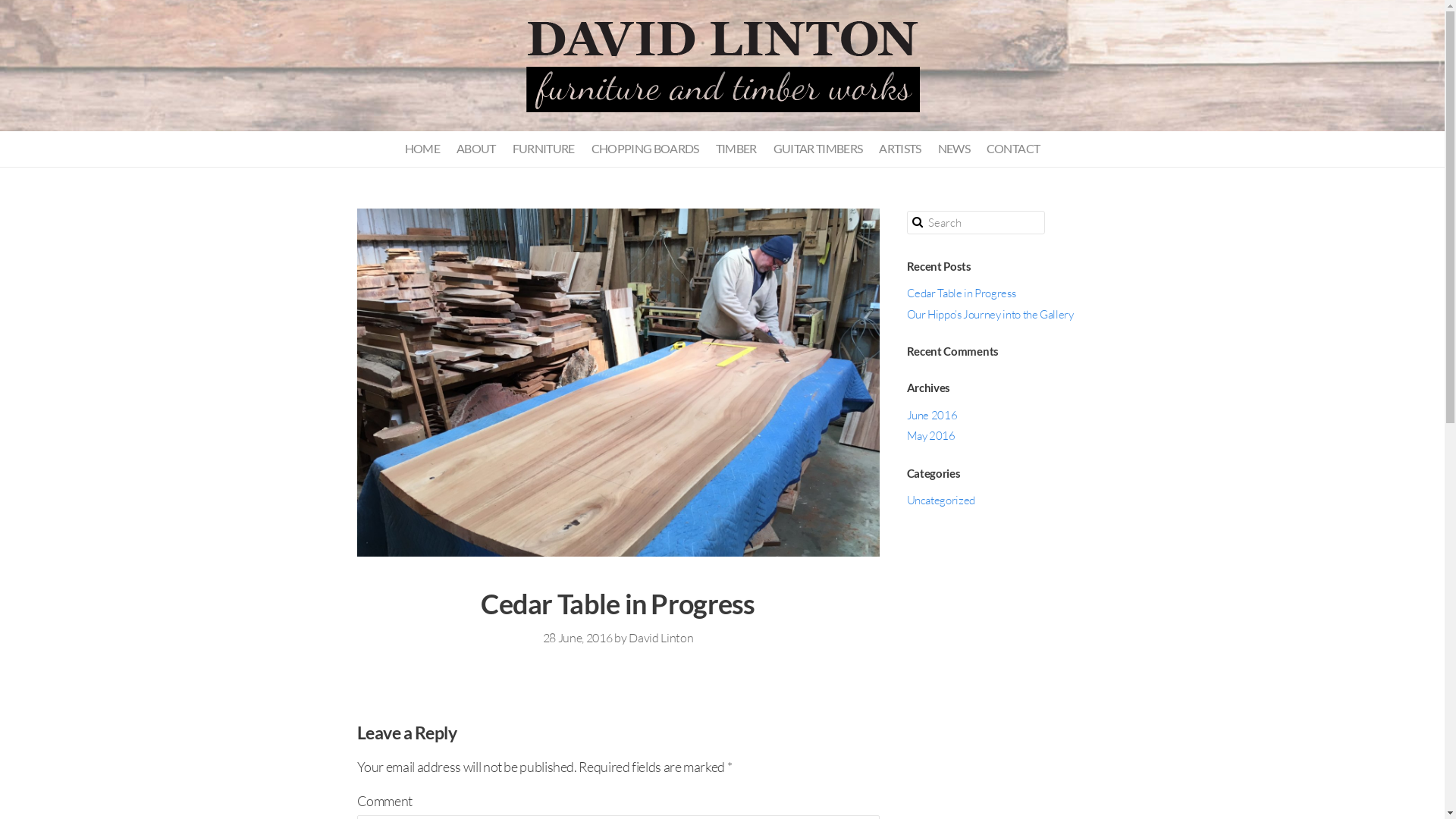 The image size is (1456, 819). I want to click on 'May 2016', so click(930, 435).